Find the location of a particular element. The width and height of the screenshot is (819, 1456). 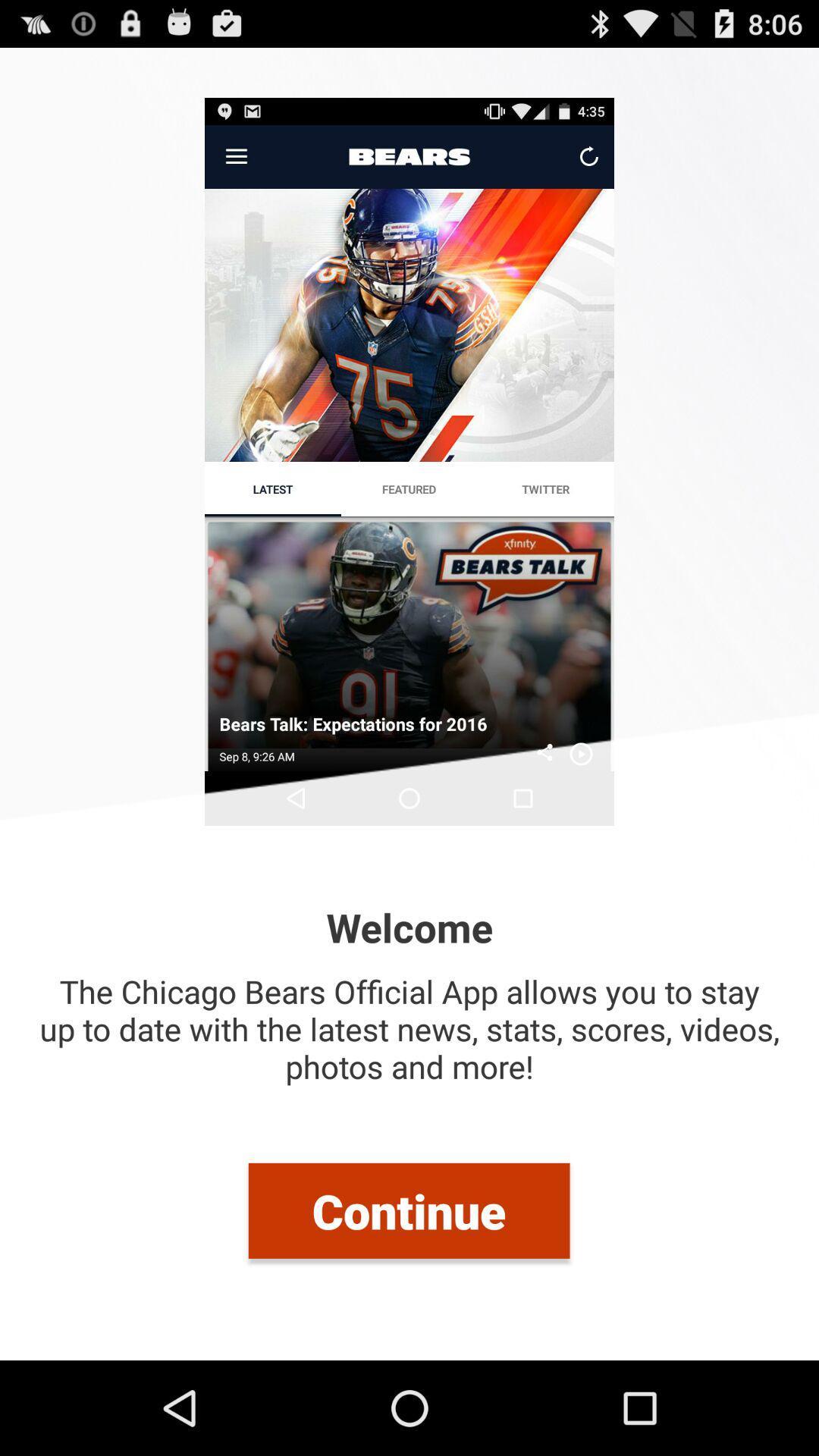

continue is located at coordinates (408, 1210).